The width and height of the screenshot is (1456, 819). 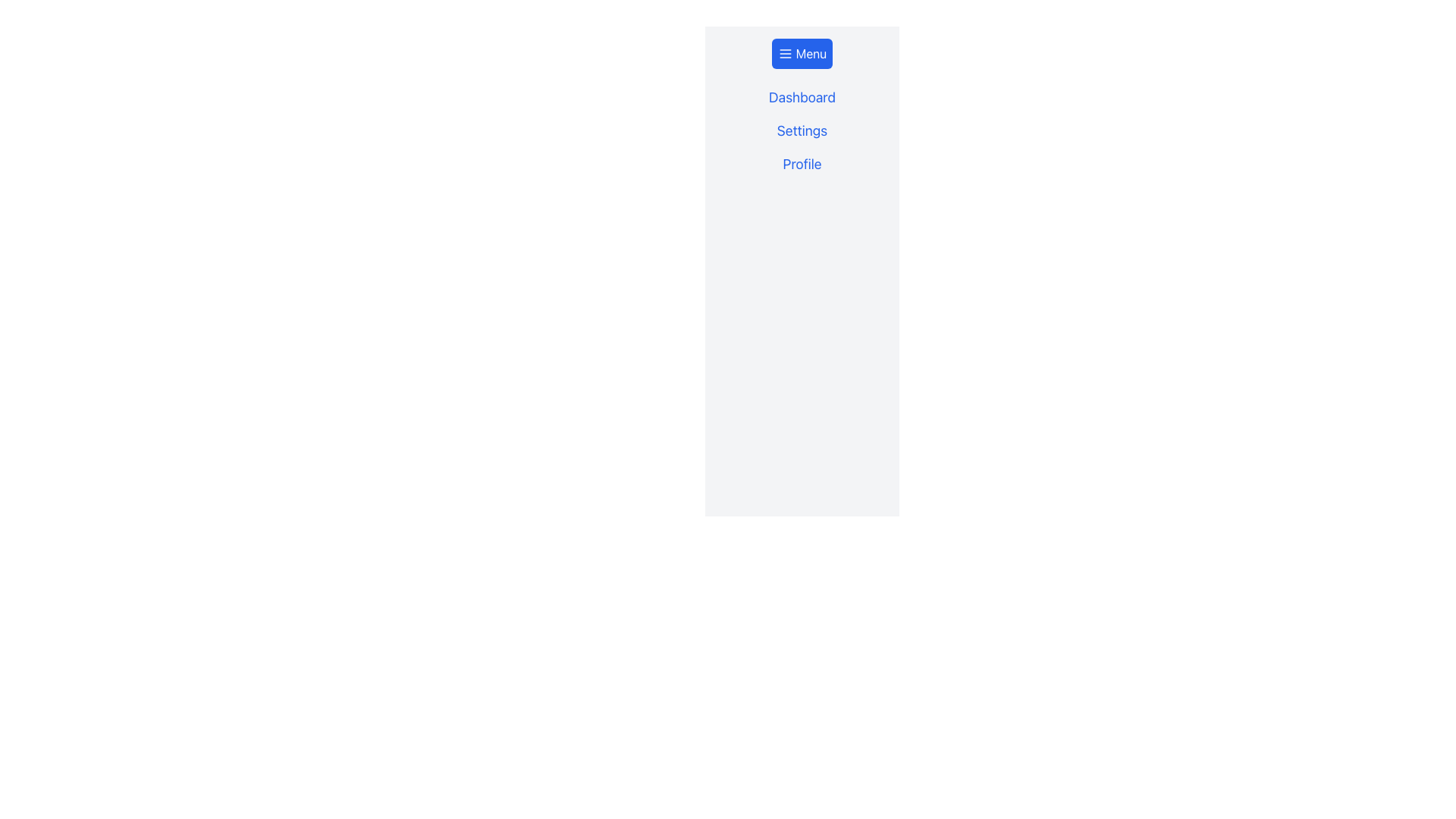 What do you see at coordinates (801, 97) in the screenshot?
I see `the clickable navigation link that directs to the Dashboard section of the application` at bounding box center [801, 97].